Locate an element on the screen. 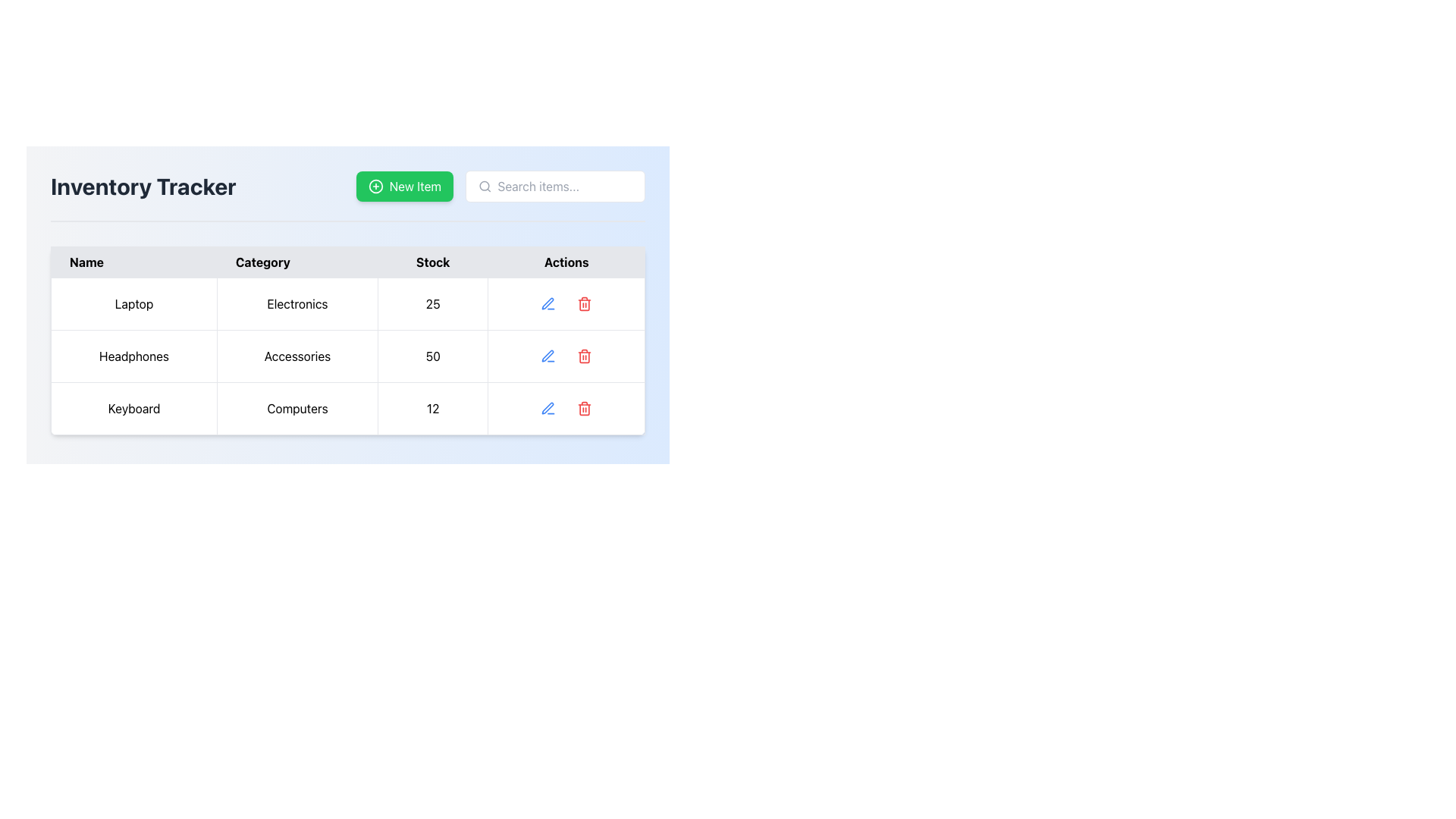  the trash icon button in the Actions column of the table row corresponding to 'Headphones' is located at coordinates (584, 356).